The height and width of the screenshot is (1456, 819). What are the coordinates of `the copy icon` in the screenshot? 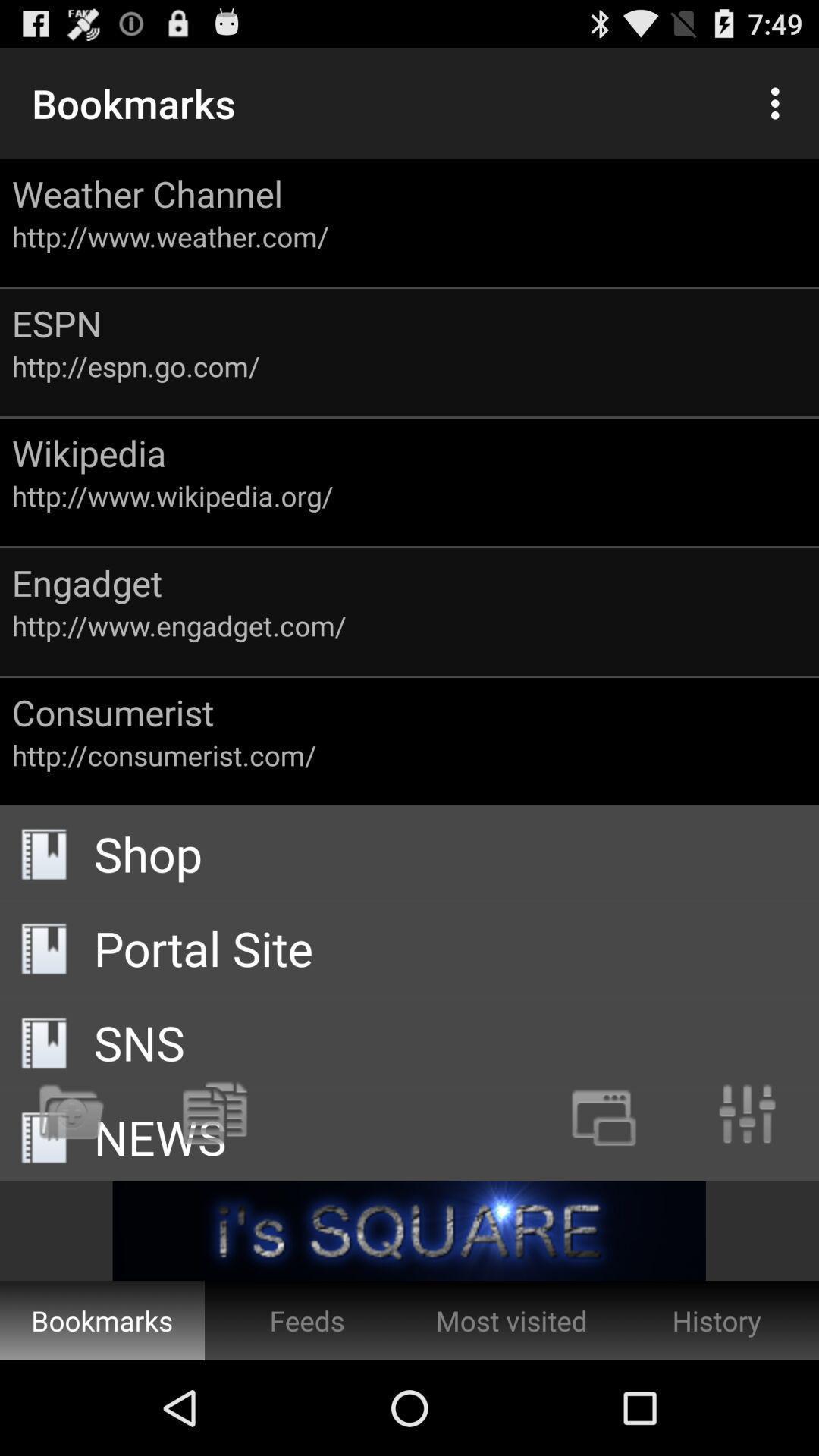 It's located at (215, 1191).